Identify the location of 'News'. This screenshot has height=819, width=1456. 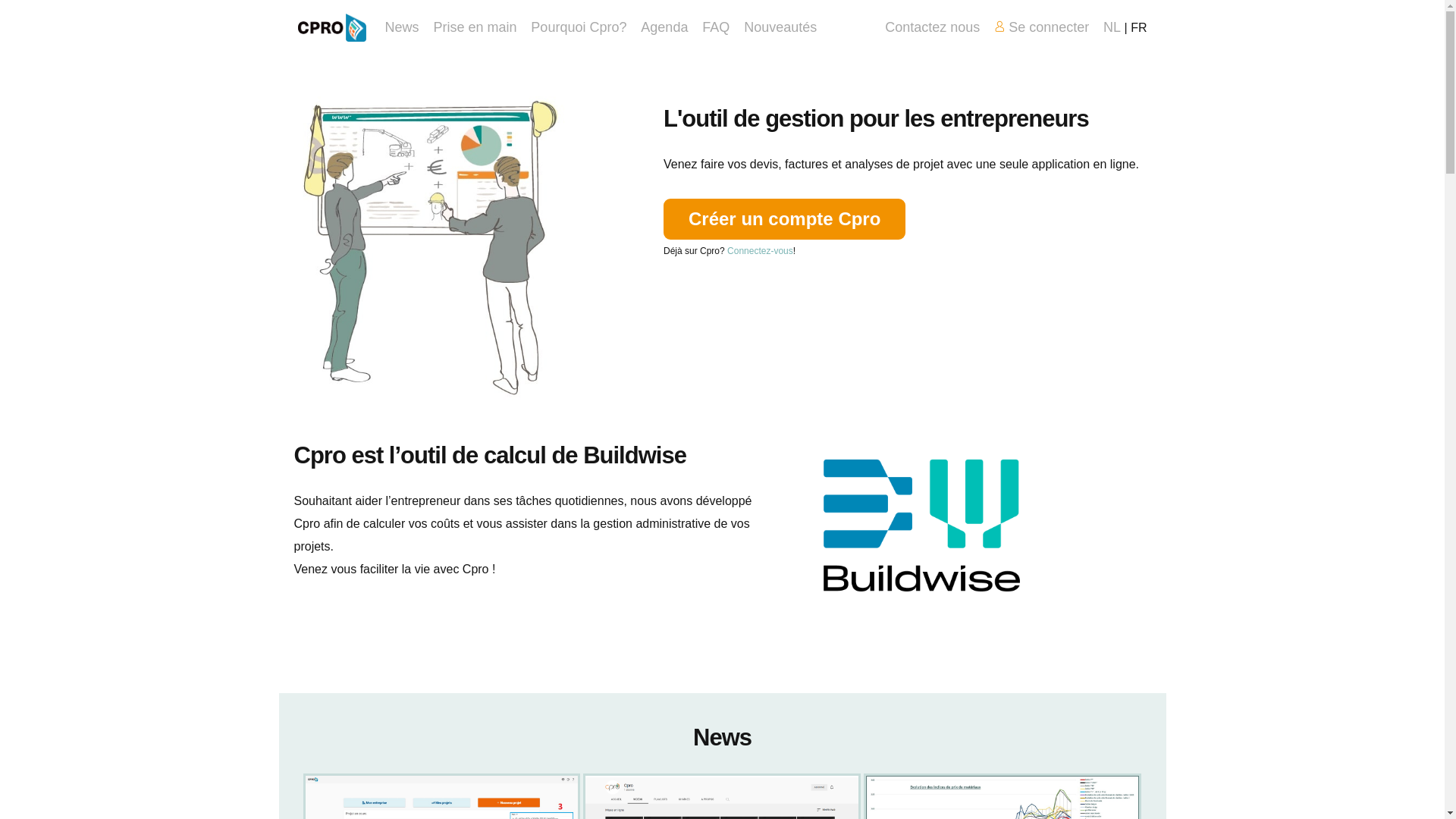
(385, 27).